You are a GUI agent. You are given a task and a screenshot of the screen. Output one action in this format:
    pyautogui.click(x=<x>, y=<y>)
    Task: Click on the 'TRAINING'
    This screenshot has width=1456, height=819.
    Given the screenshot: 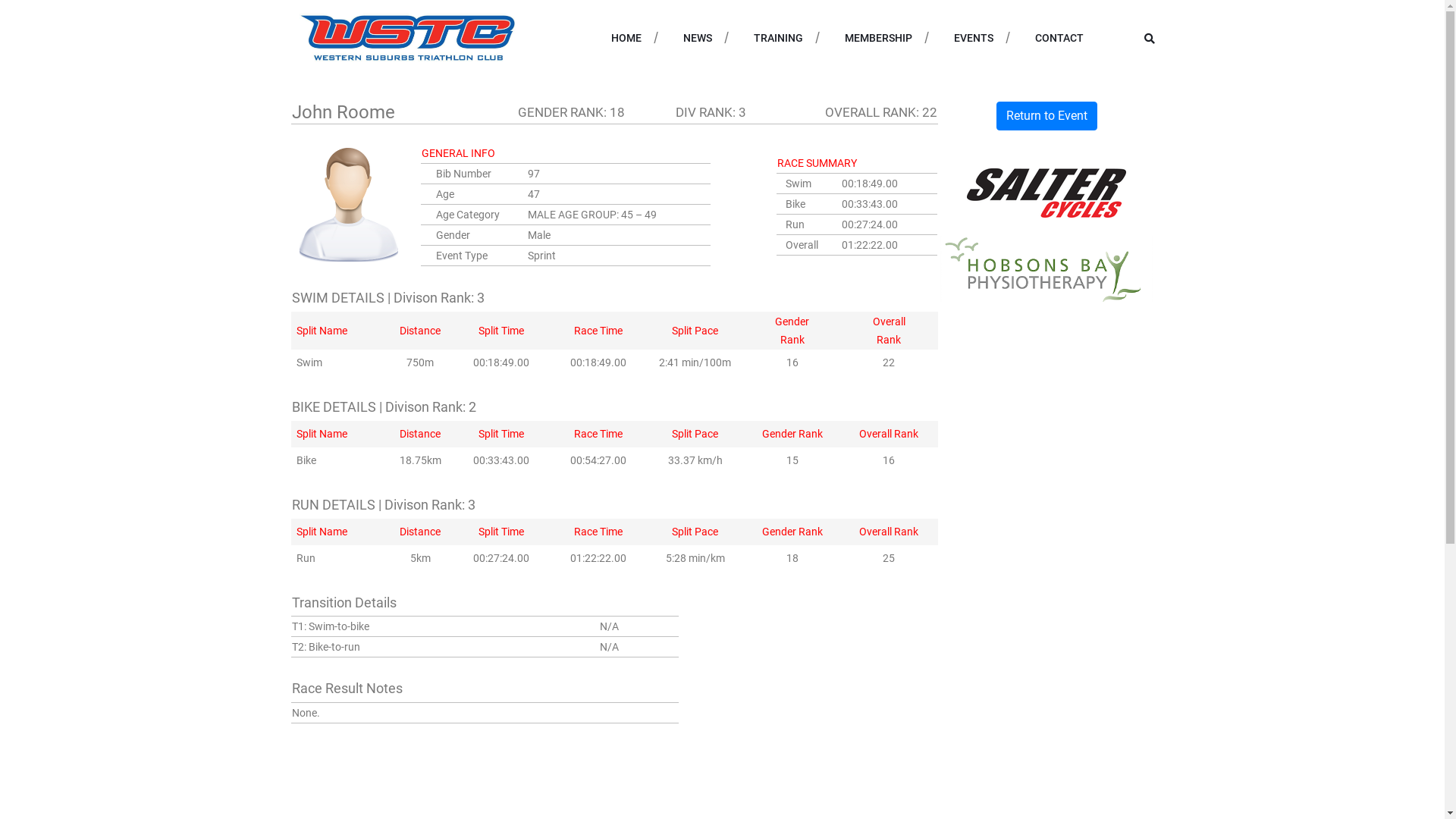 What is the action you would take?
    pyautogui.click(x=753, y=37)
    